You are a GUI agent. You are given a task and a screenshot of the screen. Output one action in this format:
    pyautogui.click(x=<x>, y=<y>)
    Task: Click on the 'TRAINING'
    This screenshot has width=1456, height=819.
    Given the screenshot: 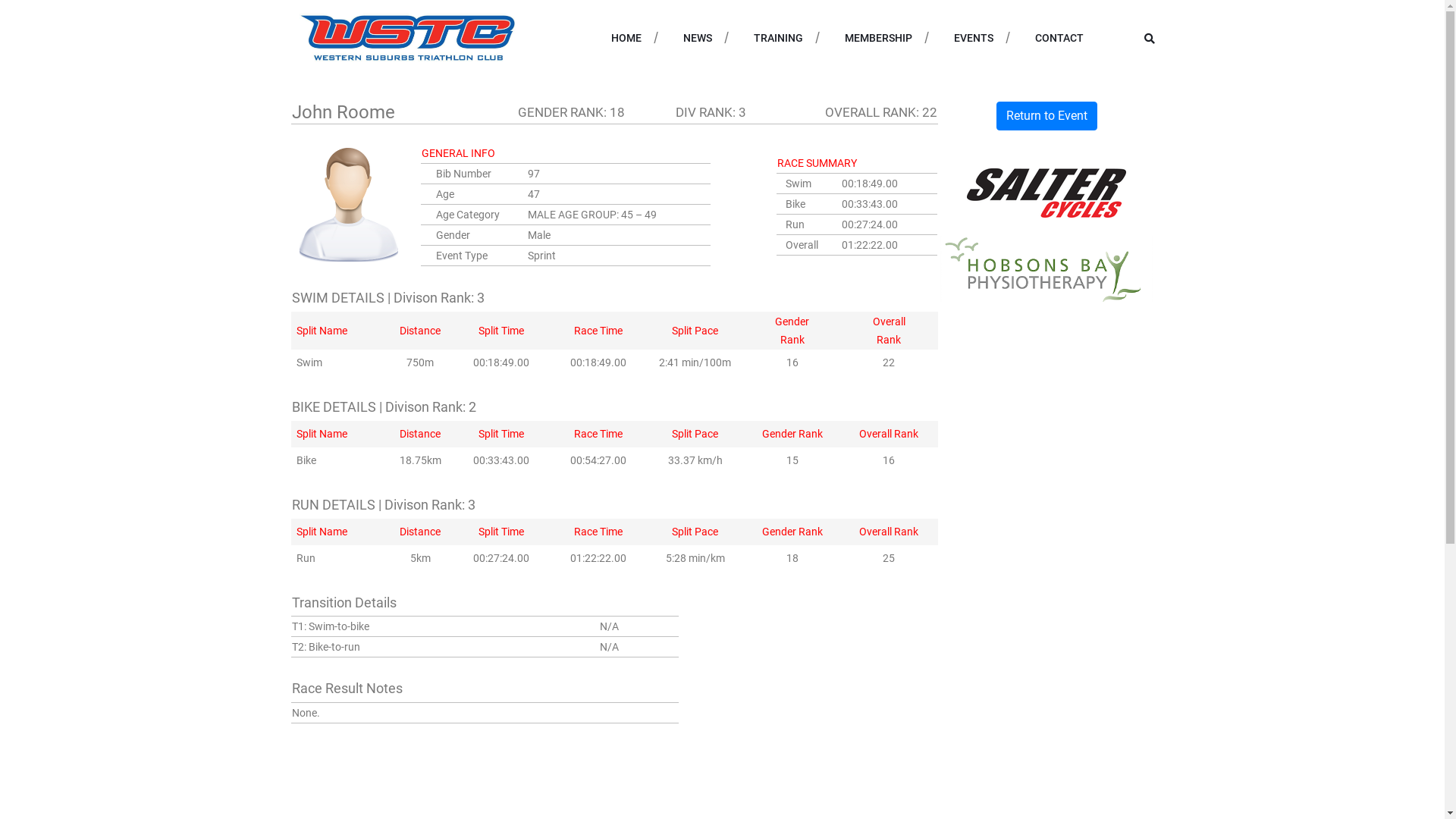 What is the action you would take?
    pyautogui.click(x=753, y=37)
    